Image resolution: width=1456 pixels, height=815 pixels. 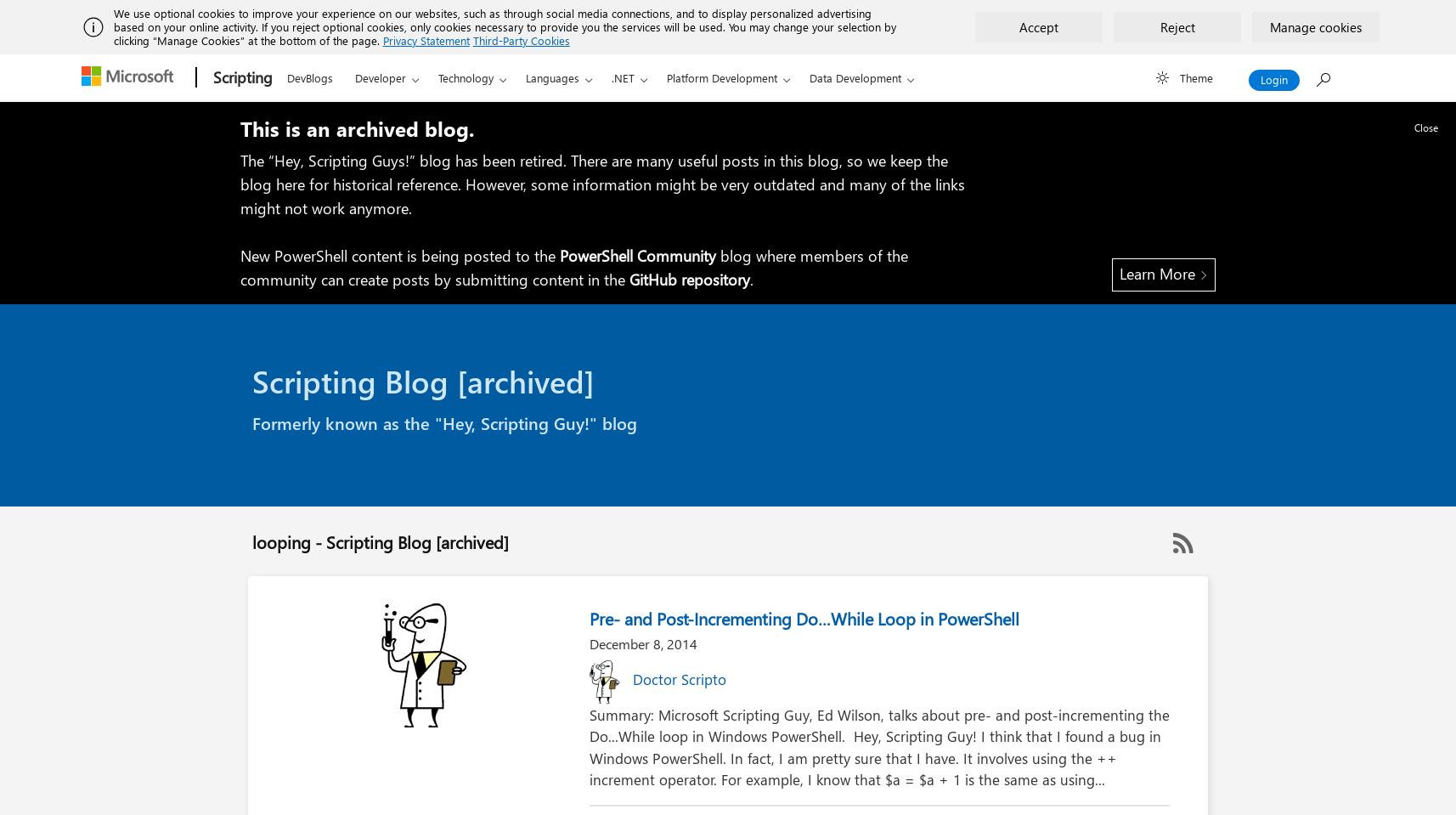 What do you see at coordinates (1177, 26) in the screenshot?
I see `'Reject'` at bounding box center [1177, 26].